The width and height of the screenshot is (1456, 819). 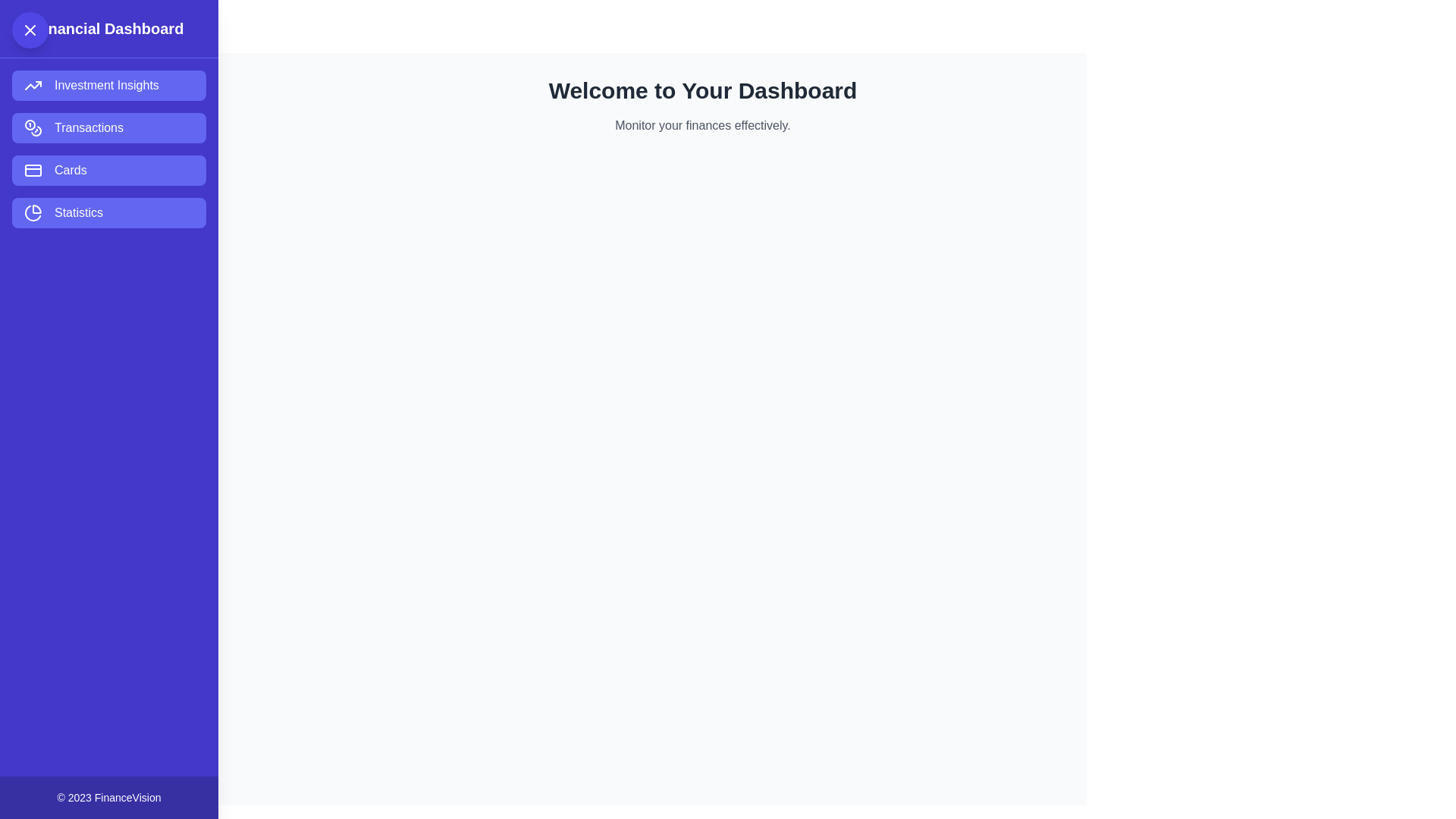 I want to click on the static text element that reads 'Monitor your finances effectively.' located below the heading 'Welcome to Your Dashboard', so click(x=701, y=124).